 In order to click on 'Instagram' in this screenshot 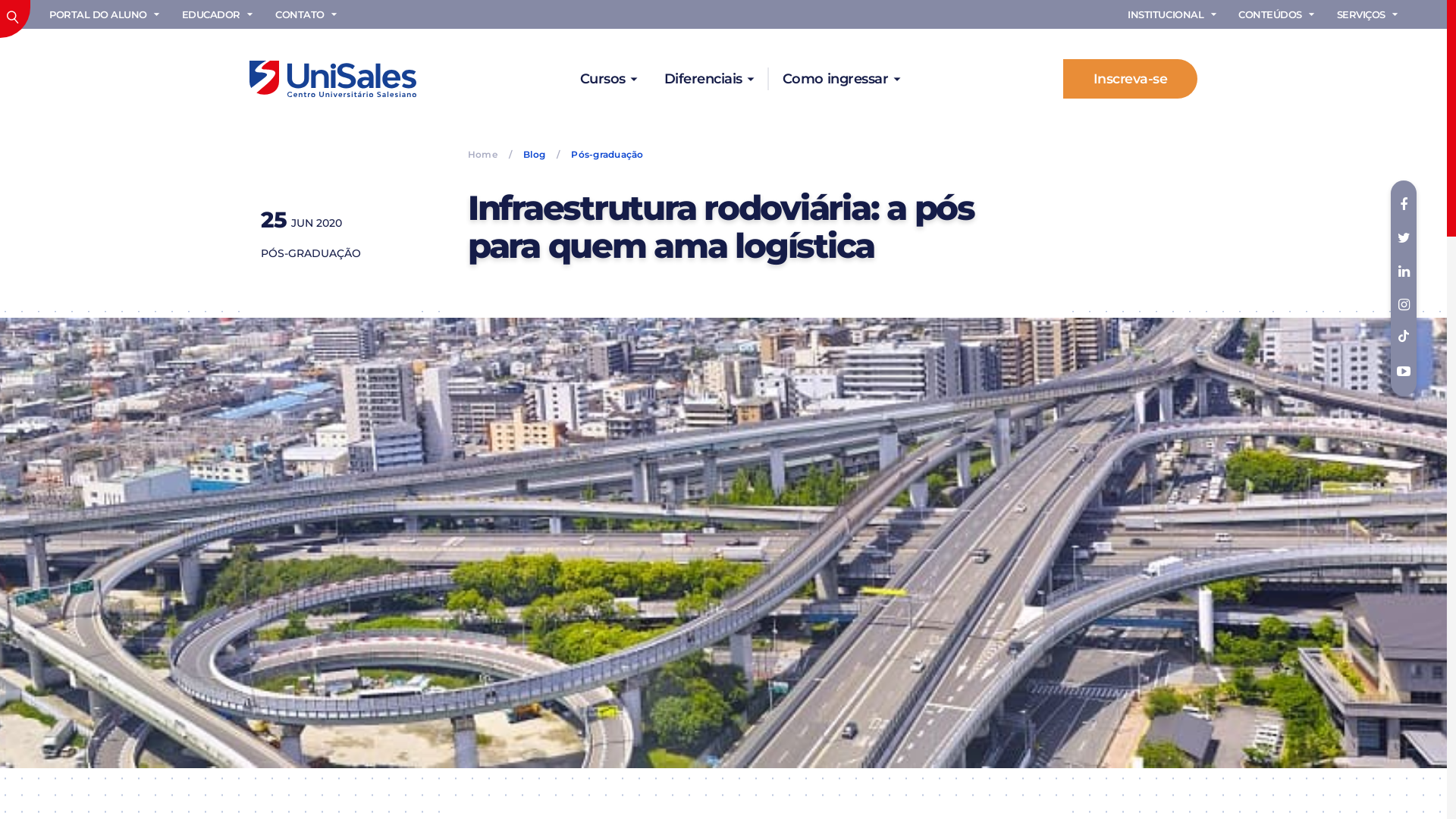, I will do `click(1403, 304)`.